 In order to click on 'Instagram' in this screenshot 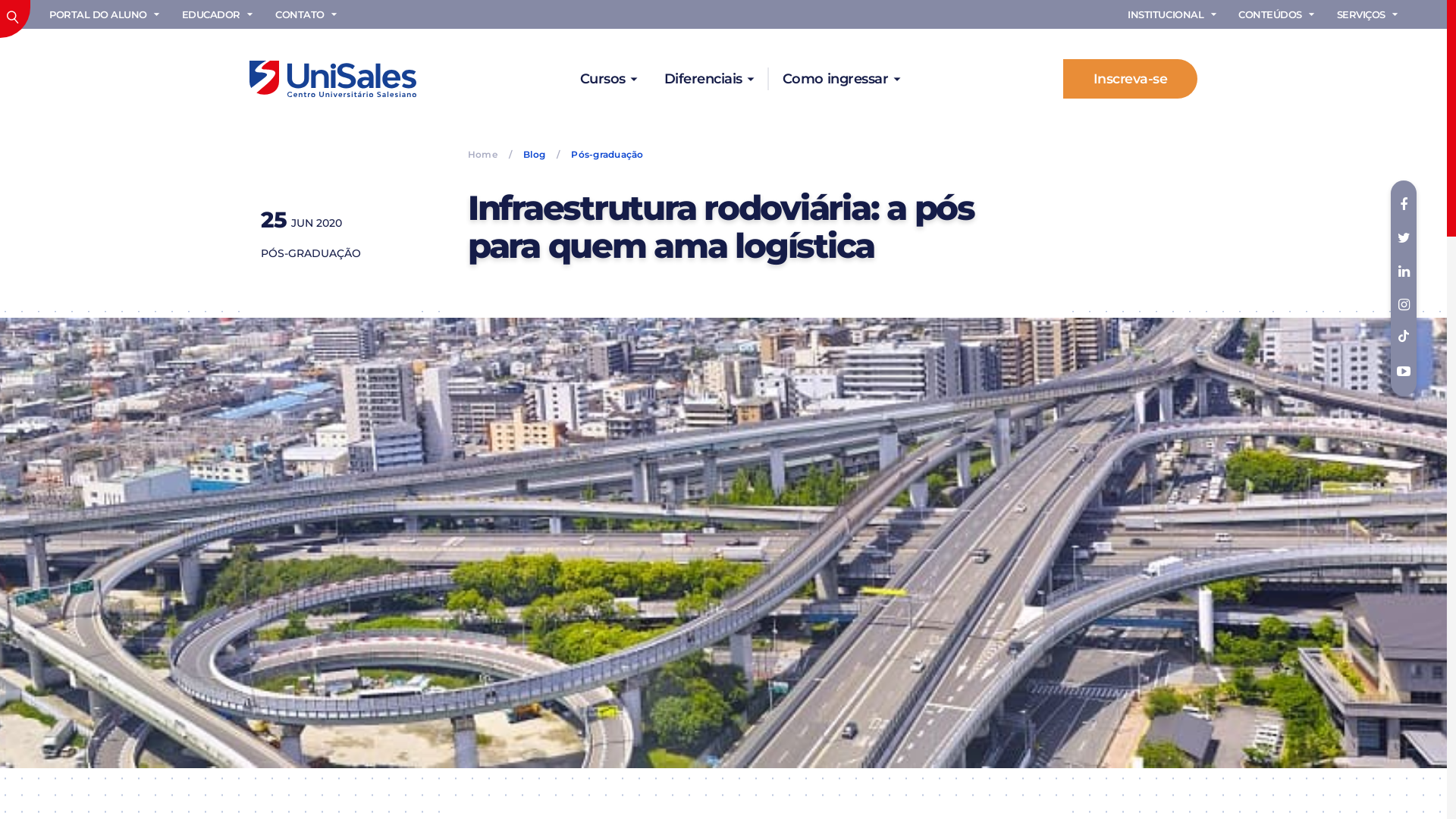, I will do `click(1403, 304)`.